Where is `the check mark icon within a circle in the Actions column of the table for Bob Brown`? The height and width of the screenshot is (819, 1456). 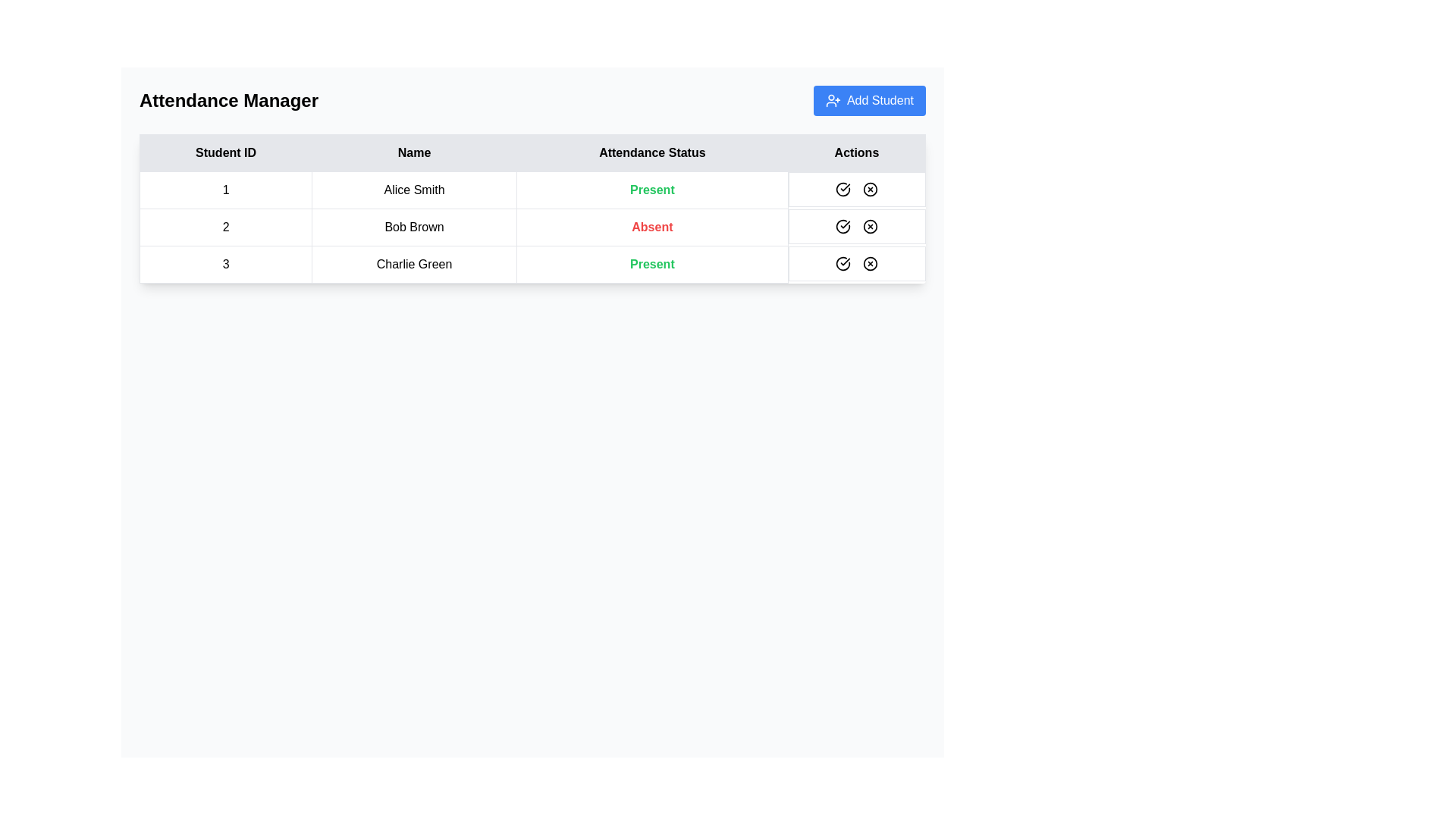
the check mark icon within a circle in the Actions column of the table for Bob Brown is located at coordinates (843, 189).